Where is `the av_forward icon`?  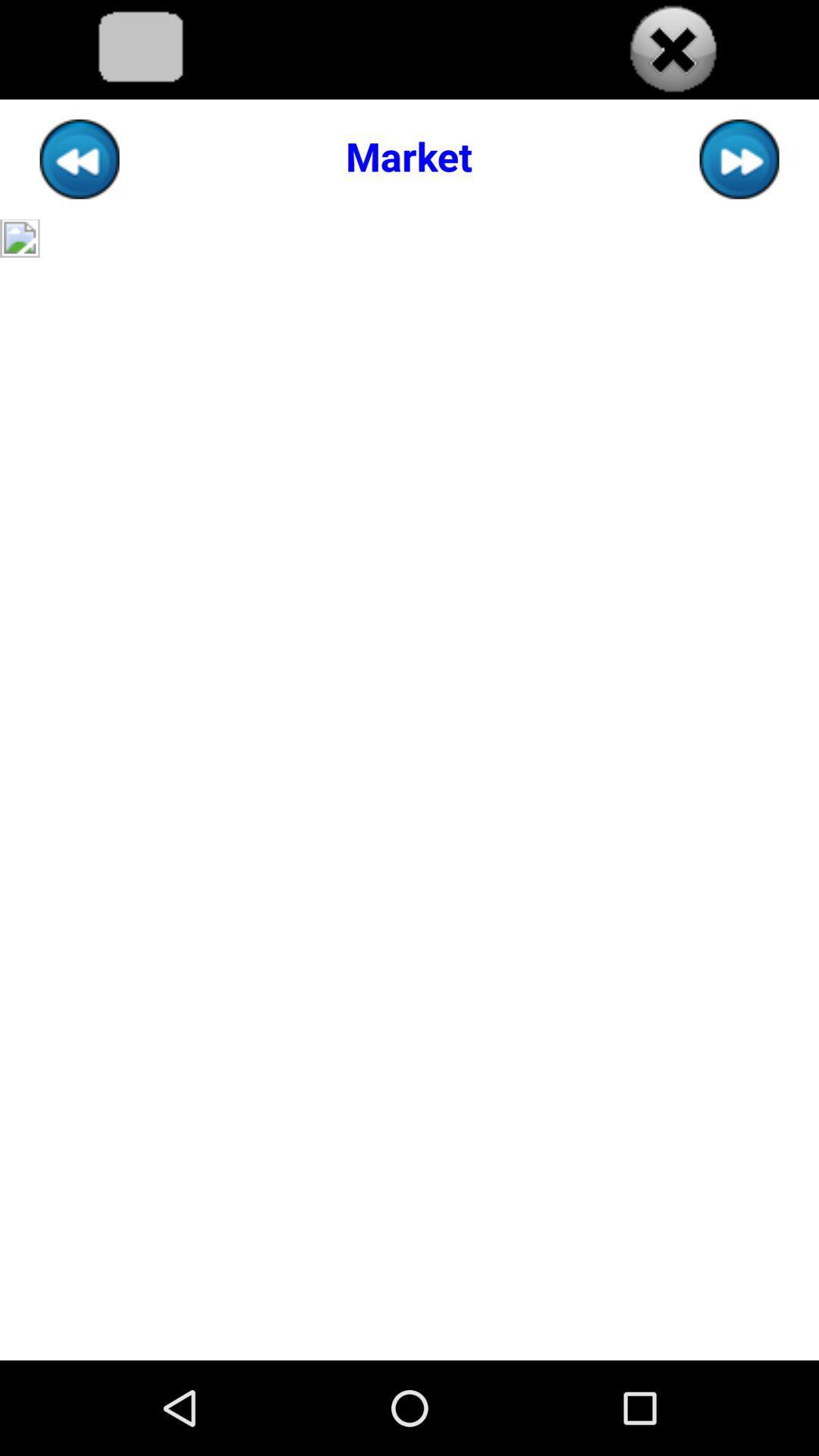 the av_forward icon is located at coordinates (739, 170).